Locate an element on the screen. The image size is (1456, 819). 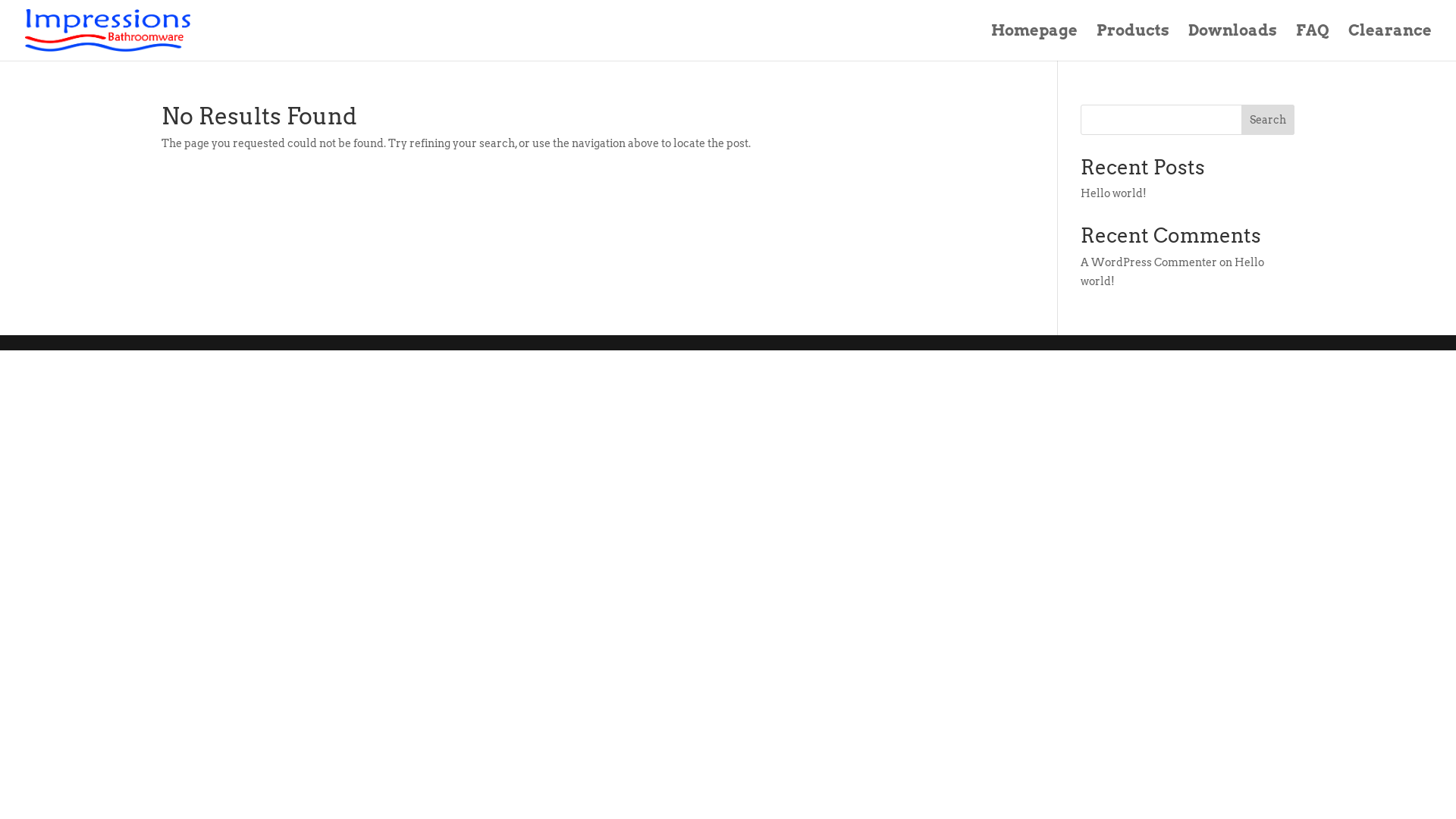
'Hello world!' is located at coordinates (1171, 271).